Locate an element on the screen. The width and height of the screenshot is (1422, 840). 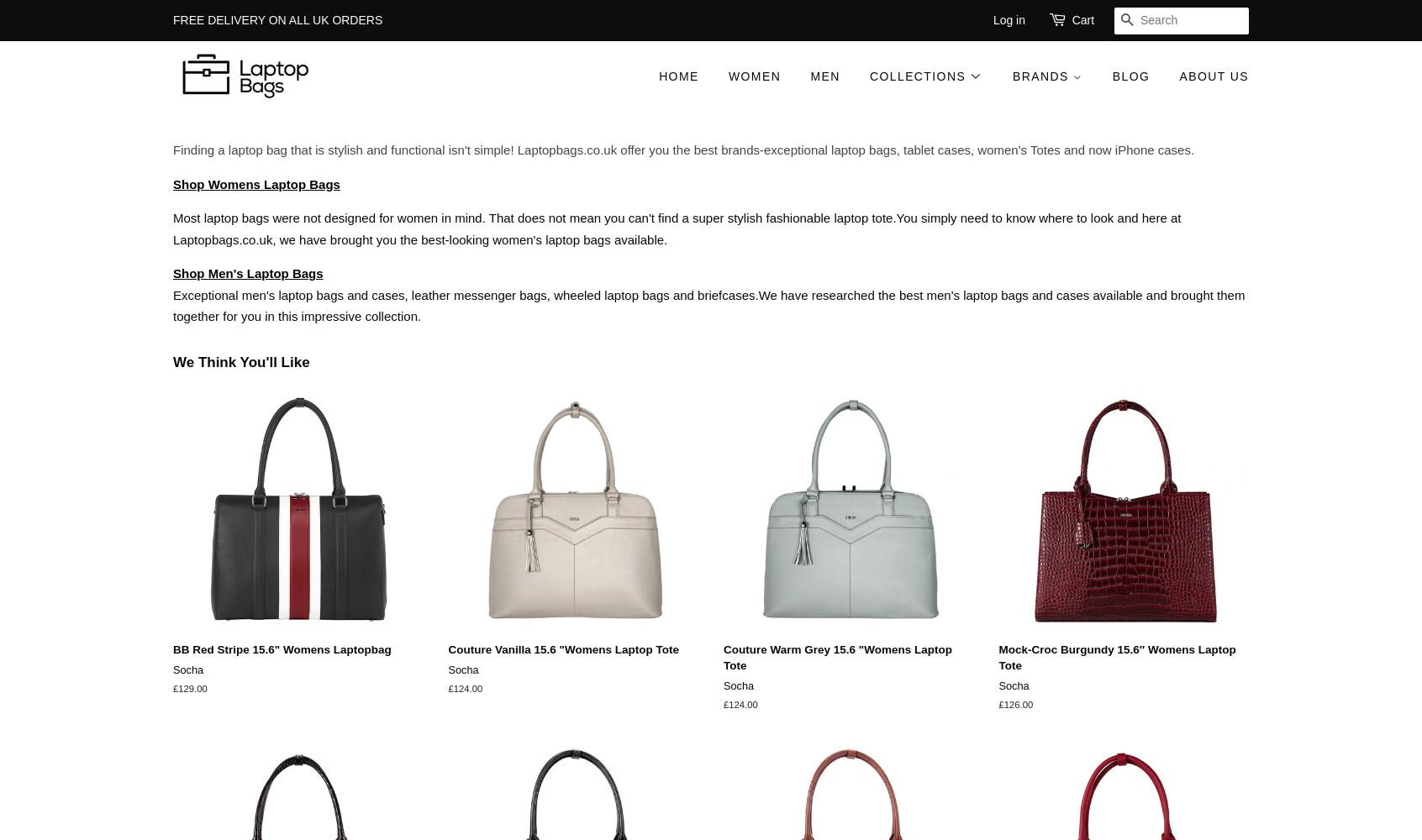
'Brands' is located at coordinates (1043, 76).